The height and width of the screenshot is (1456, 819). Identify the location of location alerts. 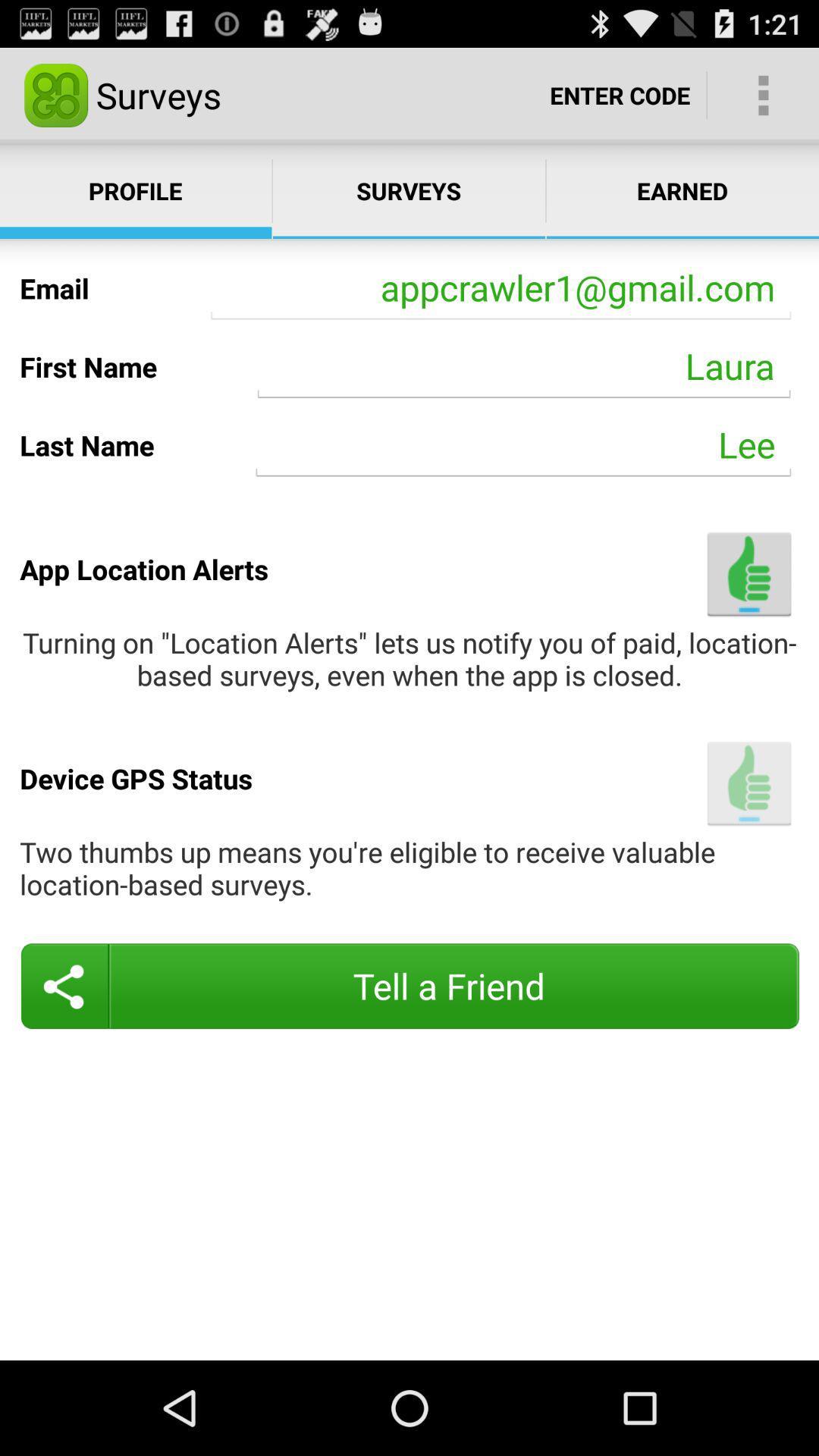
(748, 573).